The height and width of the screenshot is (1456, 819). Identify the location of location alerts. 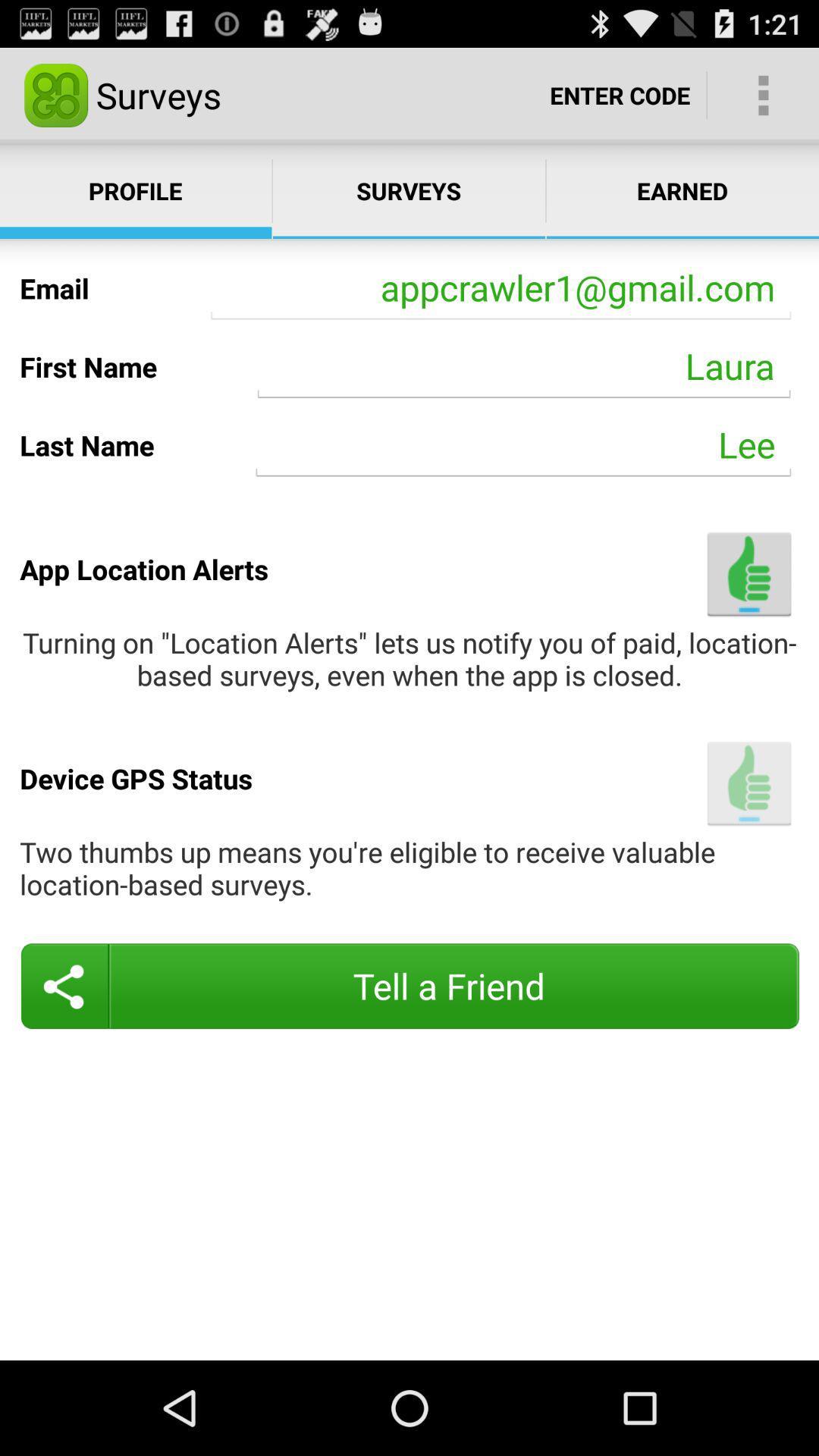
(748, 573).